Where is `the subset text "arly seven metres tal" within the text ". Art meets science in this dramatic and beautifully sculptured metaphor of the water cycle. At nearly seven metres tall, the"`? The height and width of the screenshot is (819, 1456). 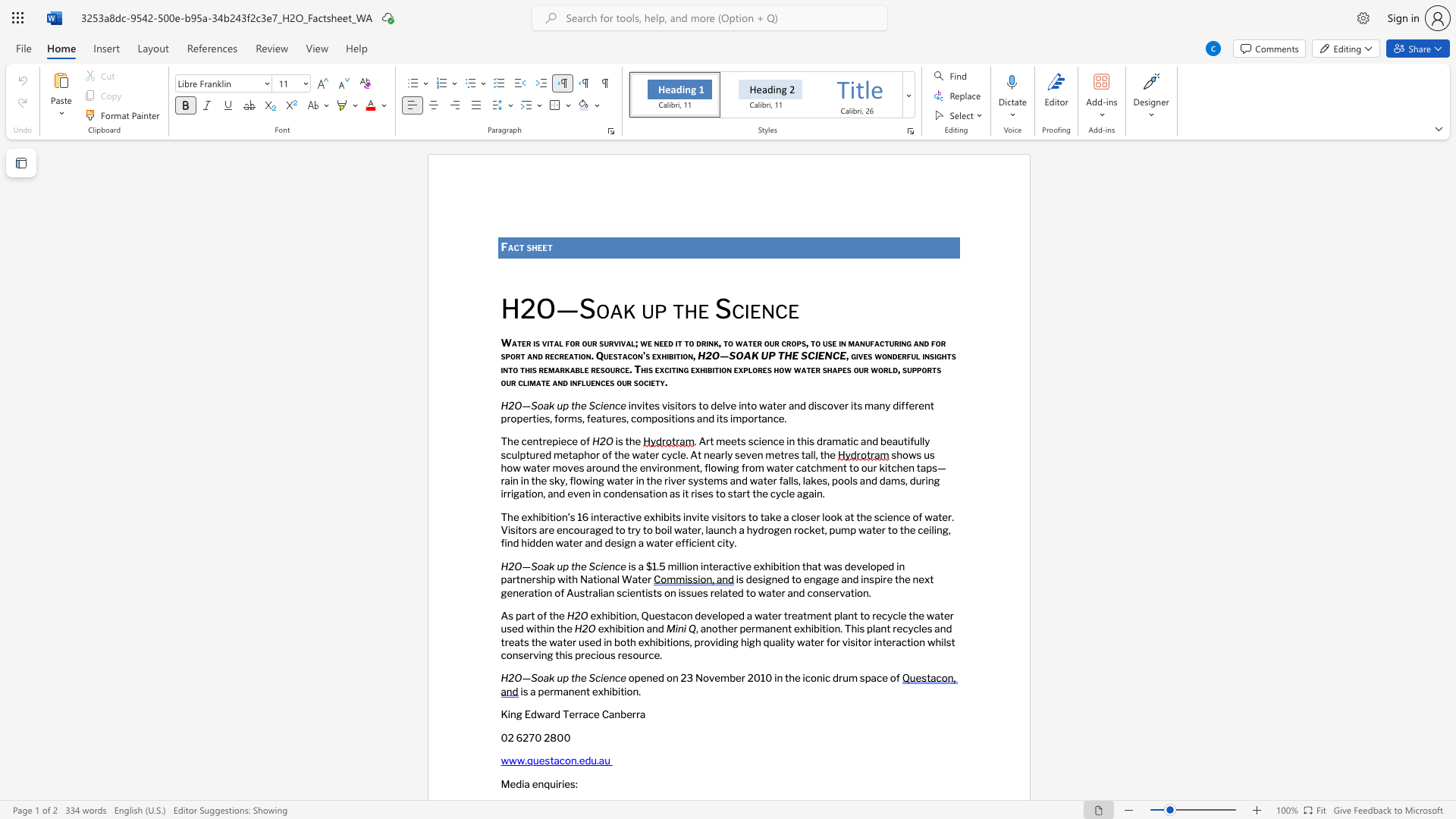
the subset text "arly seven metres tal" within the text ". Art meets science in this dramatic and beautifully sculptured metaphor of the water cycle. At nearly seven metres tall, the" is located at coordinates (714, 453).